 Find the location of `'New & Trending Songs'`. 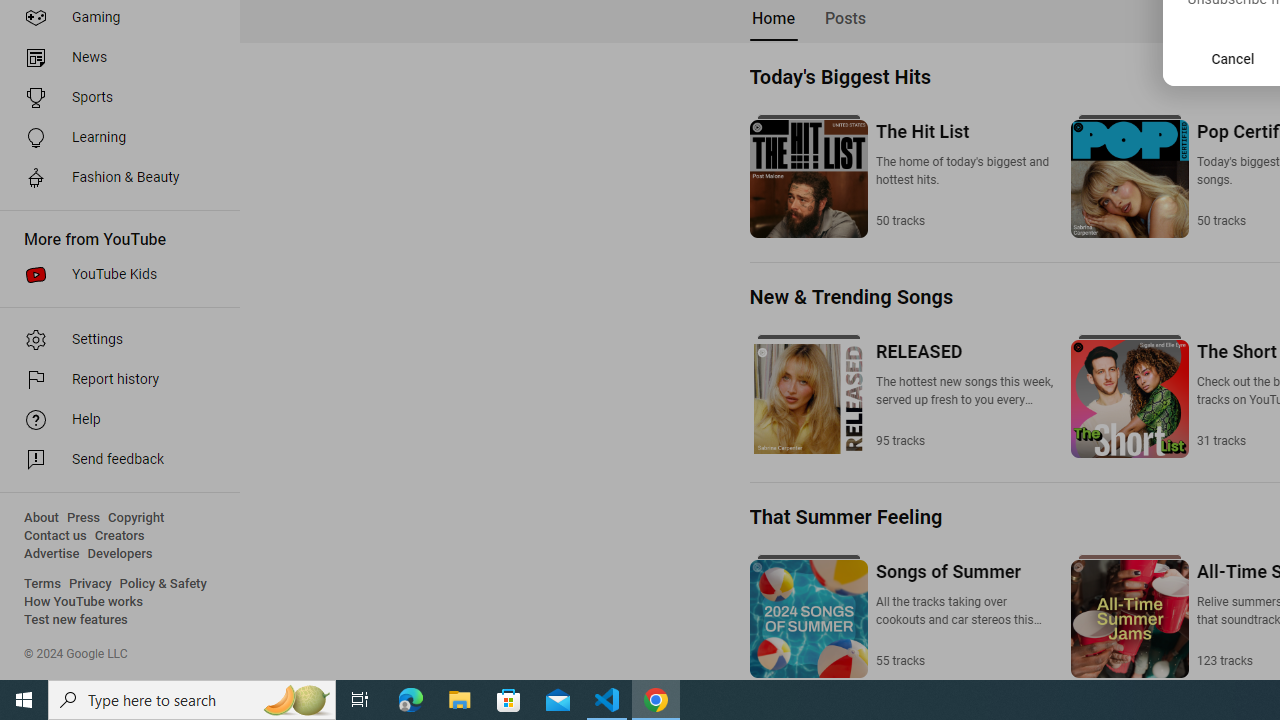

'New & Trending Songs' is located at coordinates (851, 297).